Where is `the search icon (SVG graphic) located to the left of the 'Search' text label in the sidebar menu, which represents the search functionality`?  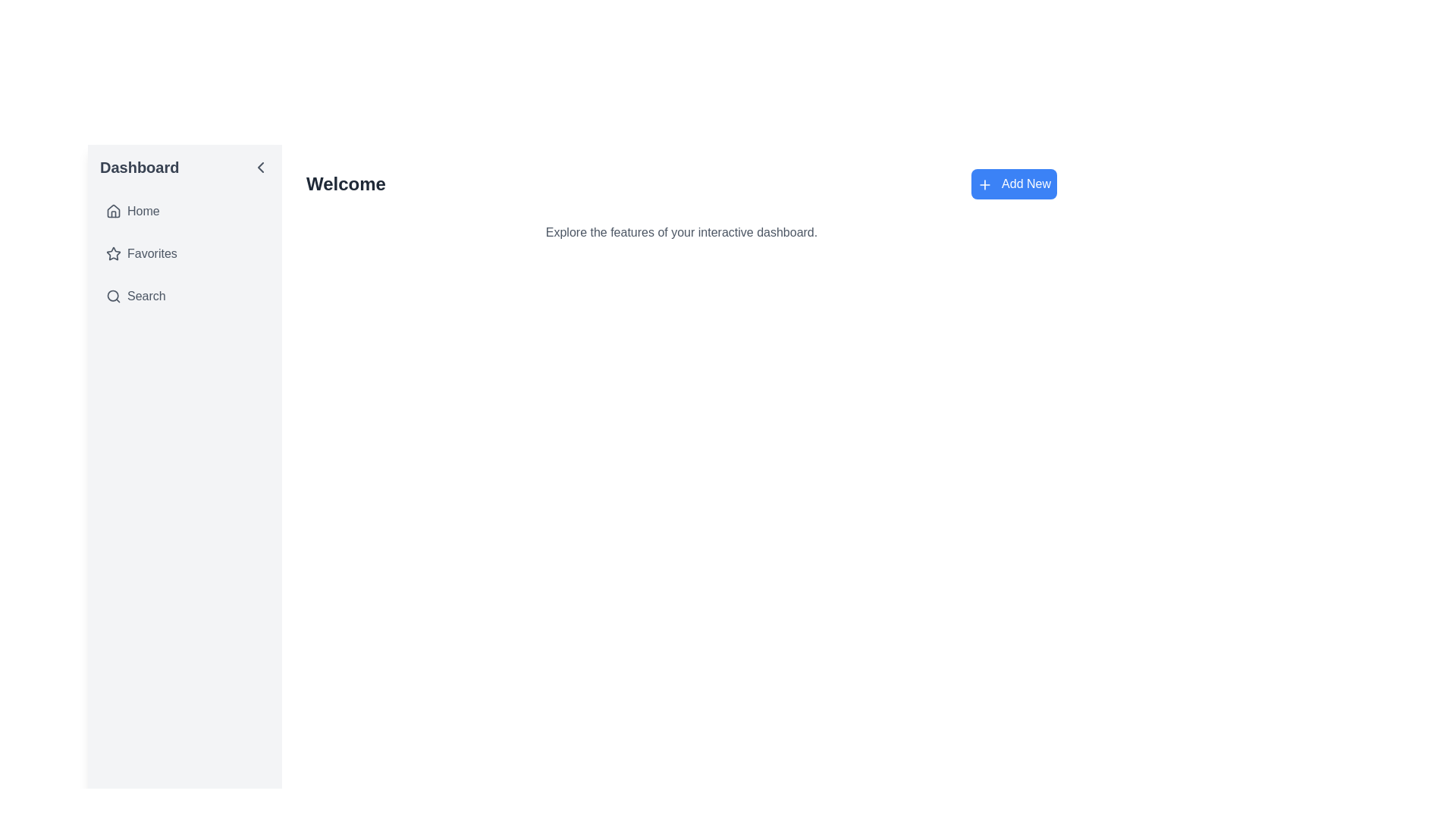 the search icon (SVG graphic) located to the left of the 'Search' text label in the sidebar menu, which represents the search functionality is located at coordinates (112, 296).